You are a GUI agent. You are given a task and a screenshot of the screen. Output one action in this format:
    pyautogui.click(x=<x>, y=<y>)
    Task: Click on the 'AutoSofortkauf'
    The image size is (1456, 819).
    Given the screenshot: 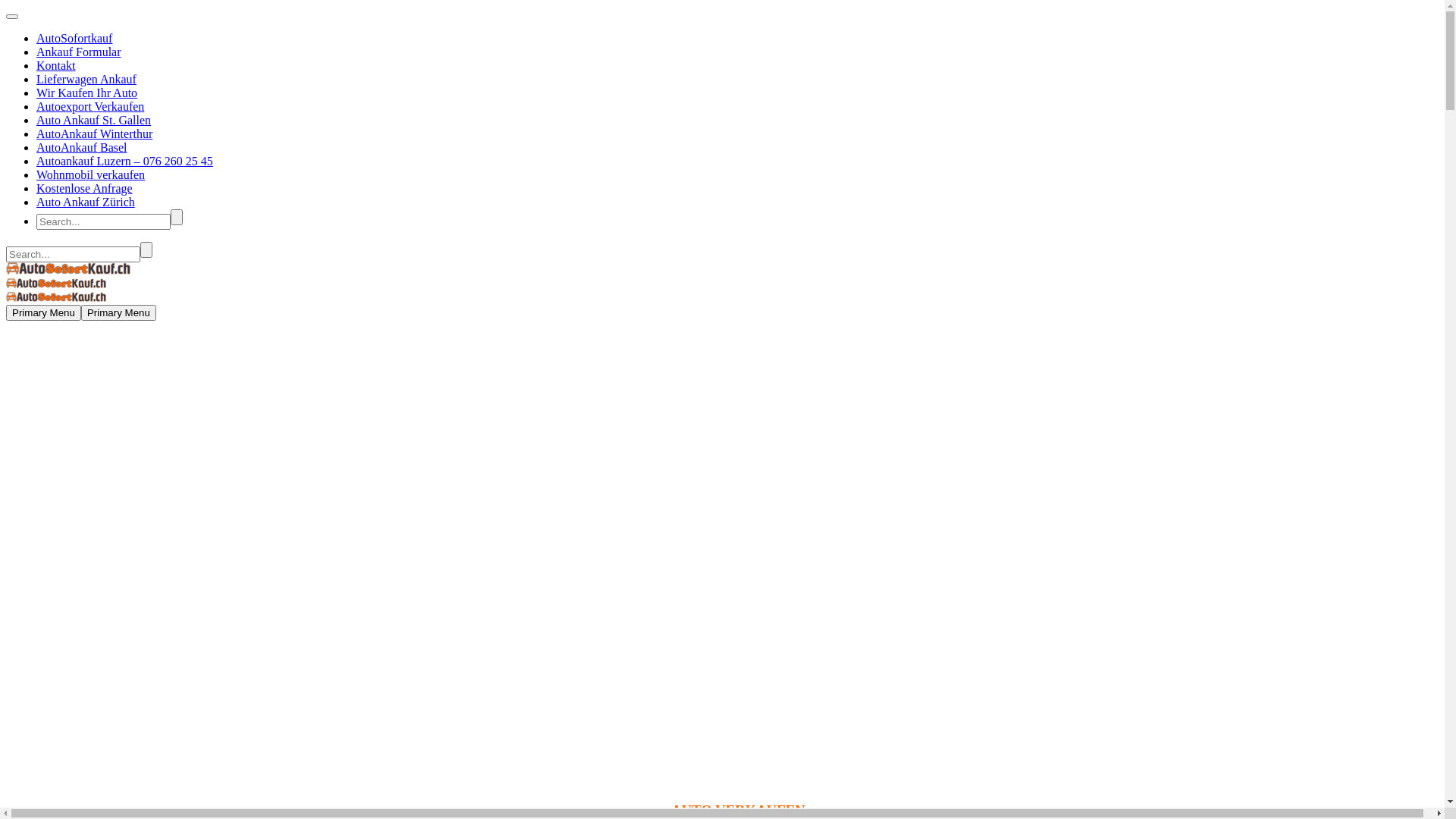 What is the action you would take?
    pyautogui.click(x=73, y=37)
    